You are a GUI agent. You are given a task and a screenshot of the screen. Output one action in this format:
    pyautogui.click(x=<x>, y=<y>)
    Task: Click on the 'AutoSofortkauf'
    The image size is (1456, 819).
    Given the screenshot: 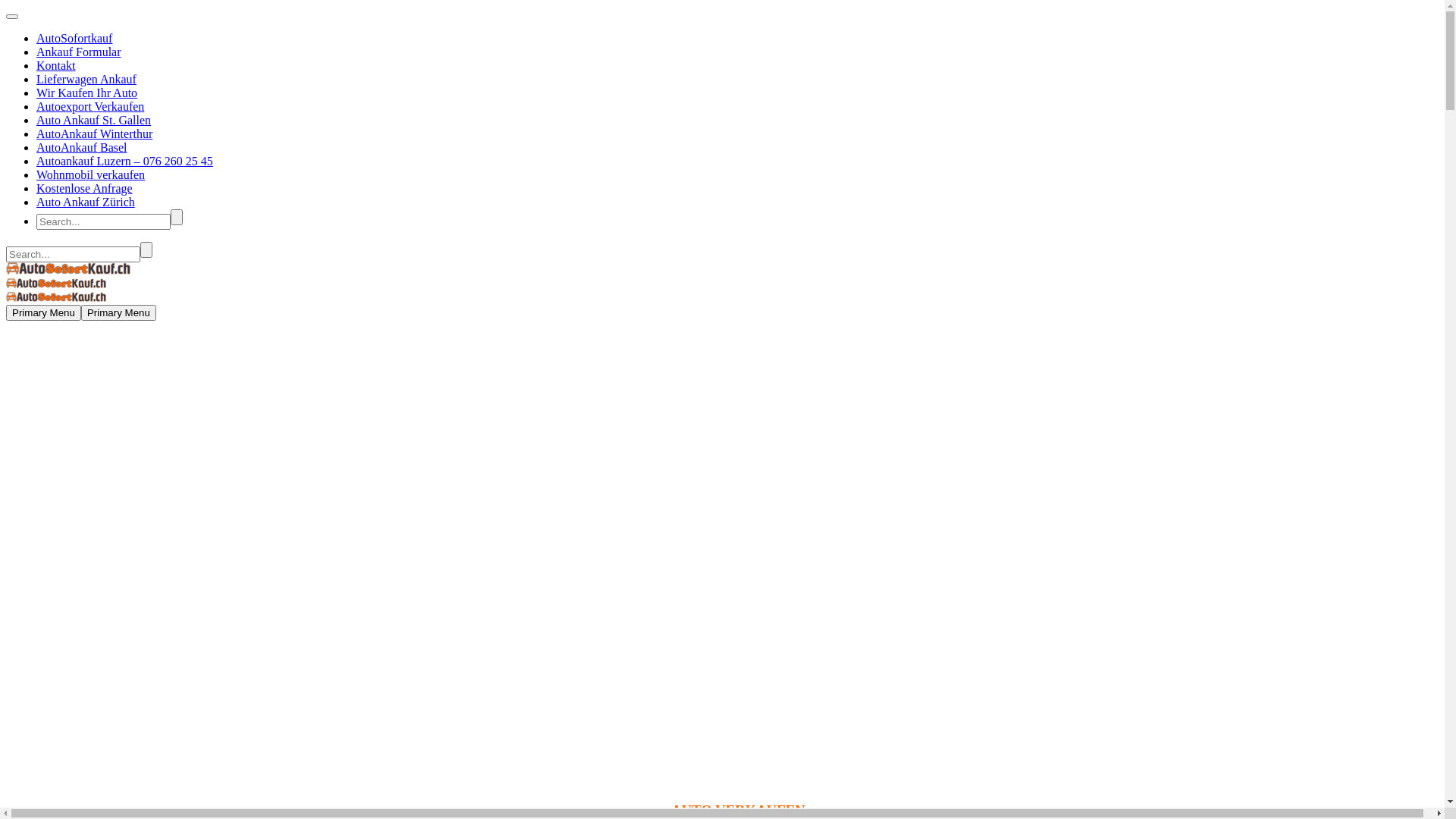 What is the action you would take?
    pyautogui.click(x=73, y=37)
    